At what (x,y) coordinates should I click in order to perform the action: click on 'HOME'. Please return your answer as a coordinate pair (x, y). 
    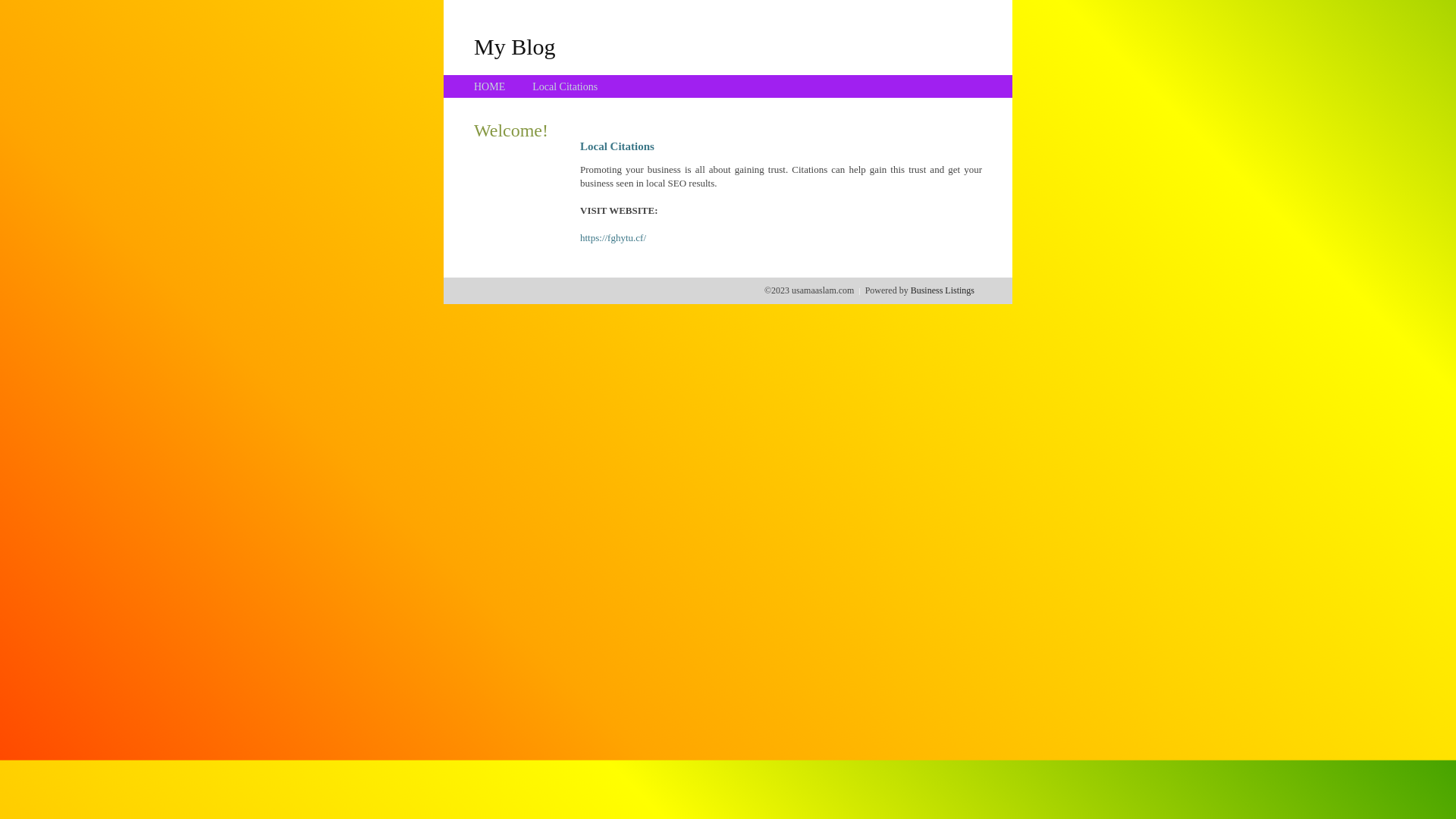
    Looking at the image, I should click on (489, 86).